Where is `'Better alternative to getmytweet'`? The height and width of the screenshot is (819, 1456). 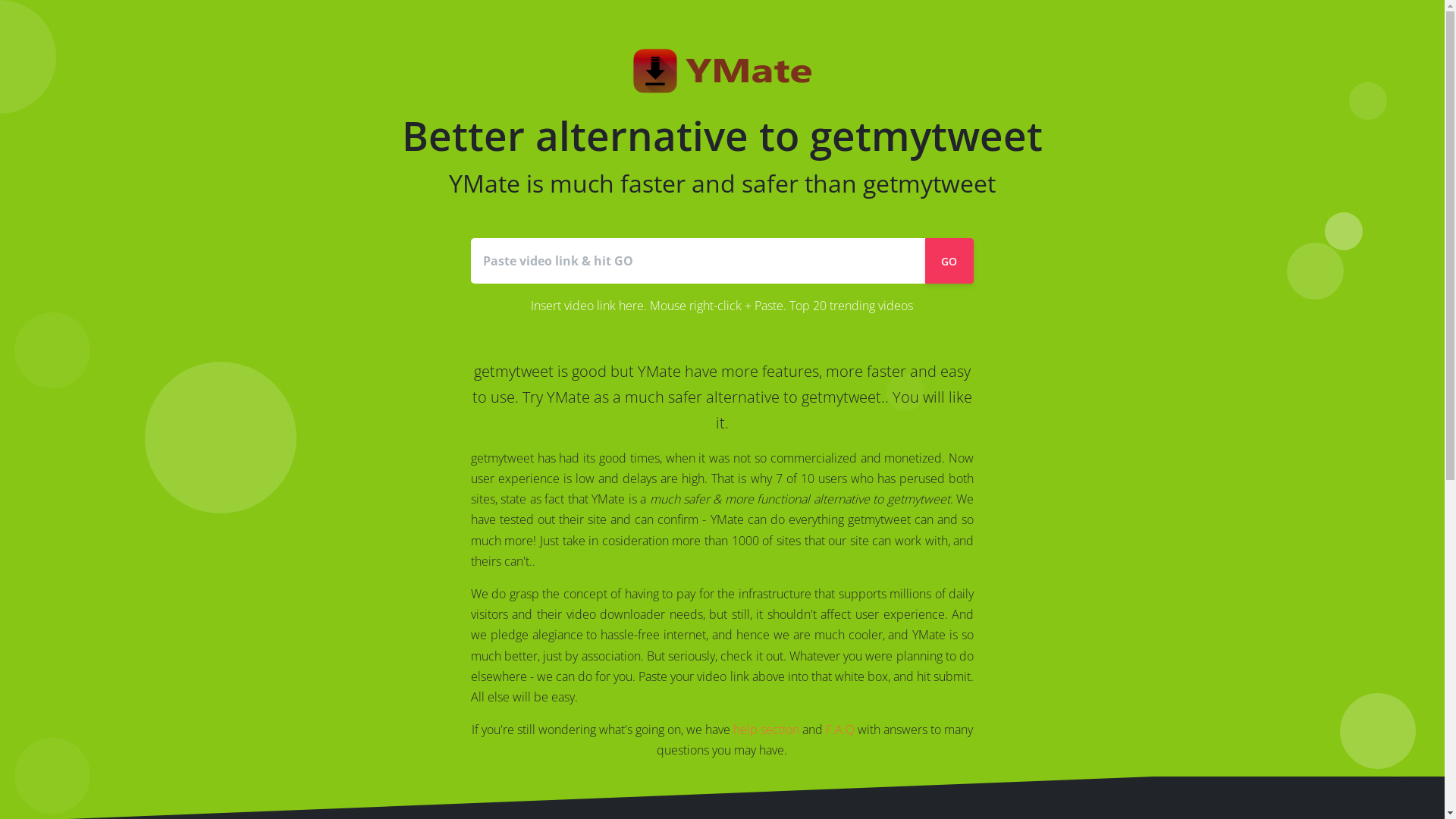 'Better alternative to getmytweet' is located at coordinates (722, 154).